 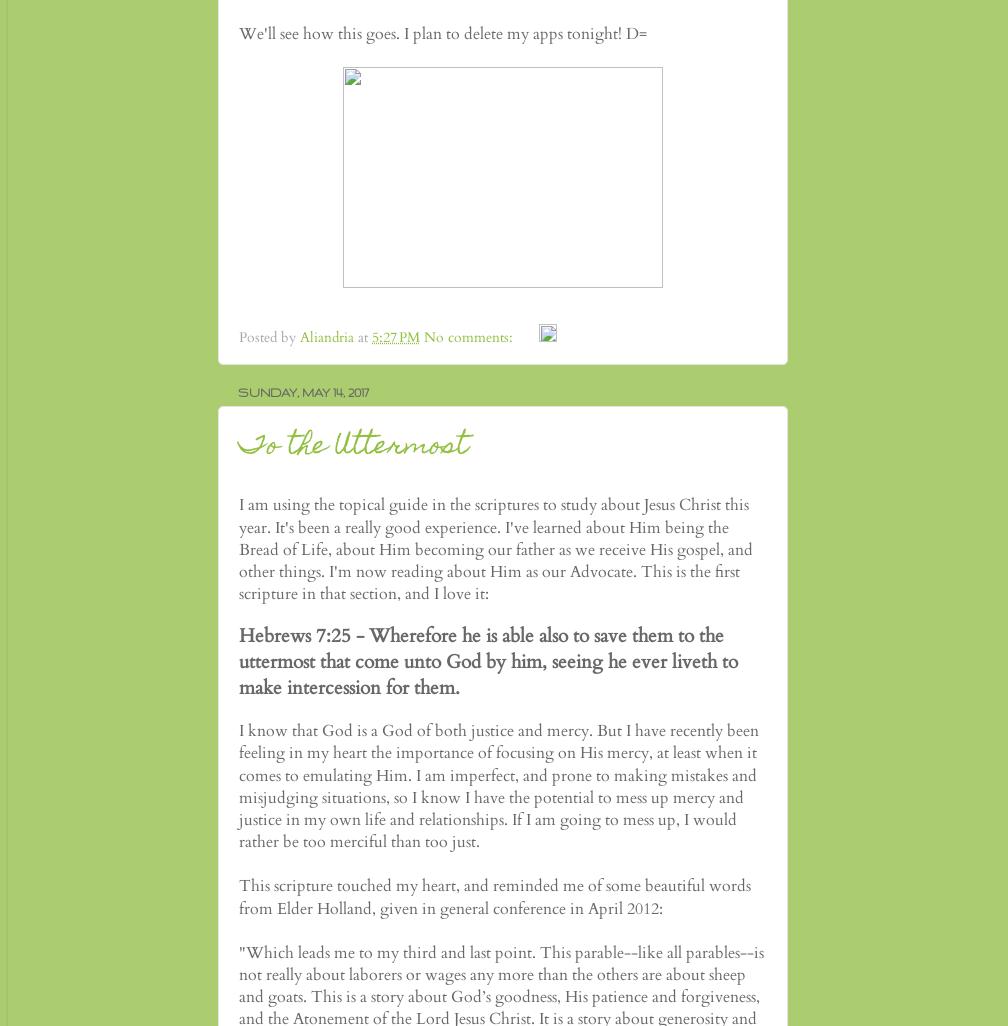 I want to click on 'at', so click(x=364, y=336).